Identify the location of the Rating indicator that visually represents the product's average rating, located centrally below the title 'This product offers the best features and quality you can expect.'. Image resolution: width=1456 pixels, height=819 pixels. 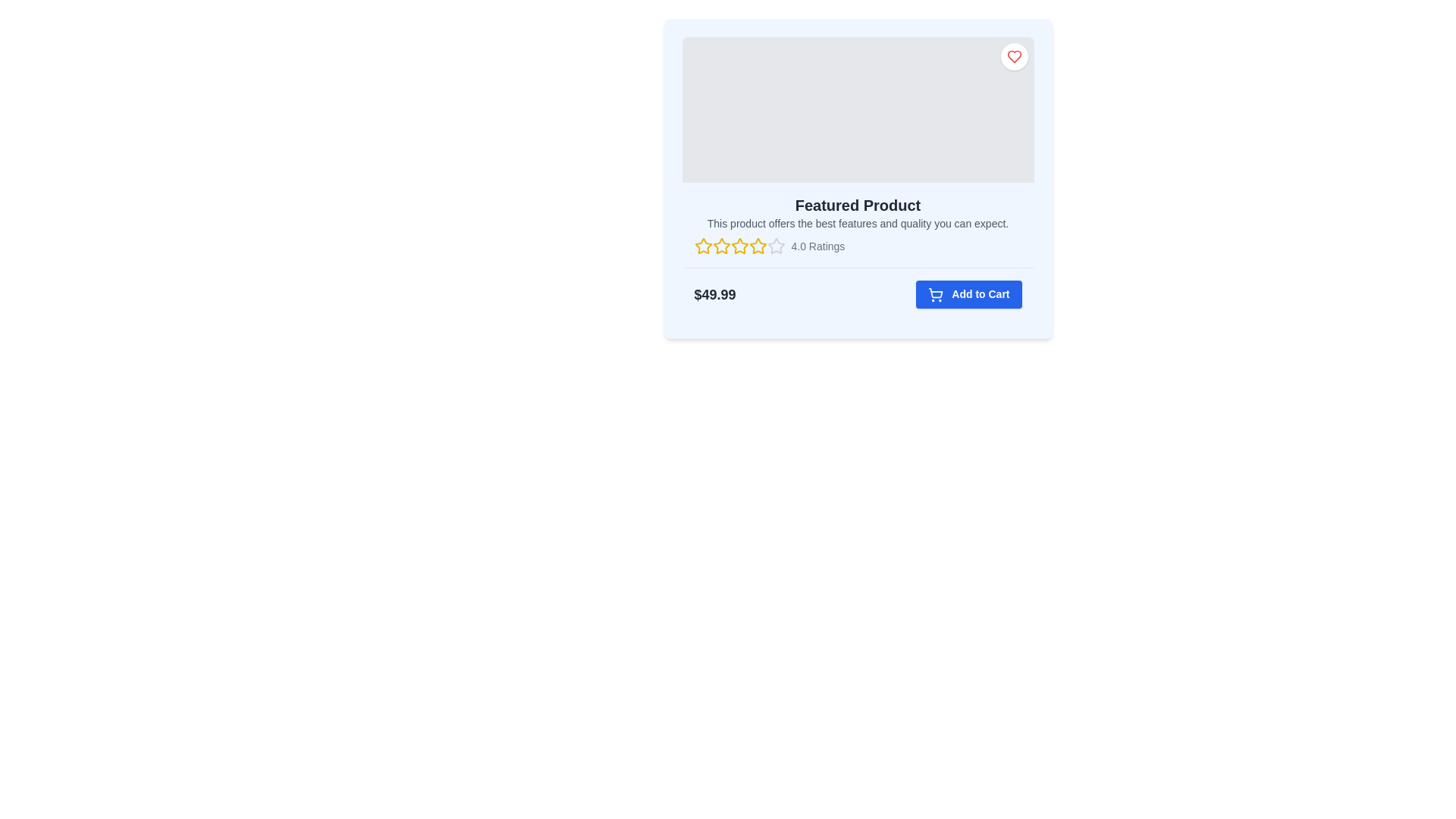
(858, 245).